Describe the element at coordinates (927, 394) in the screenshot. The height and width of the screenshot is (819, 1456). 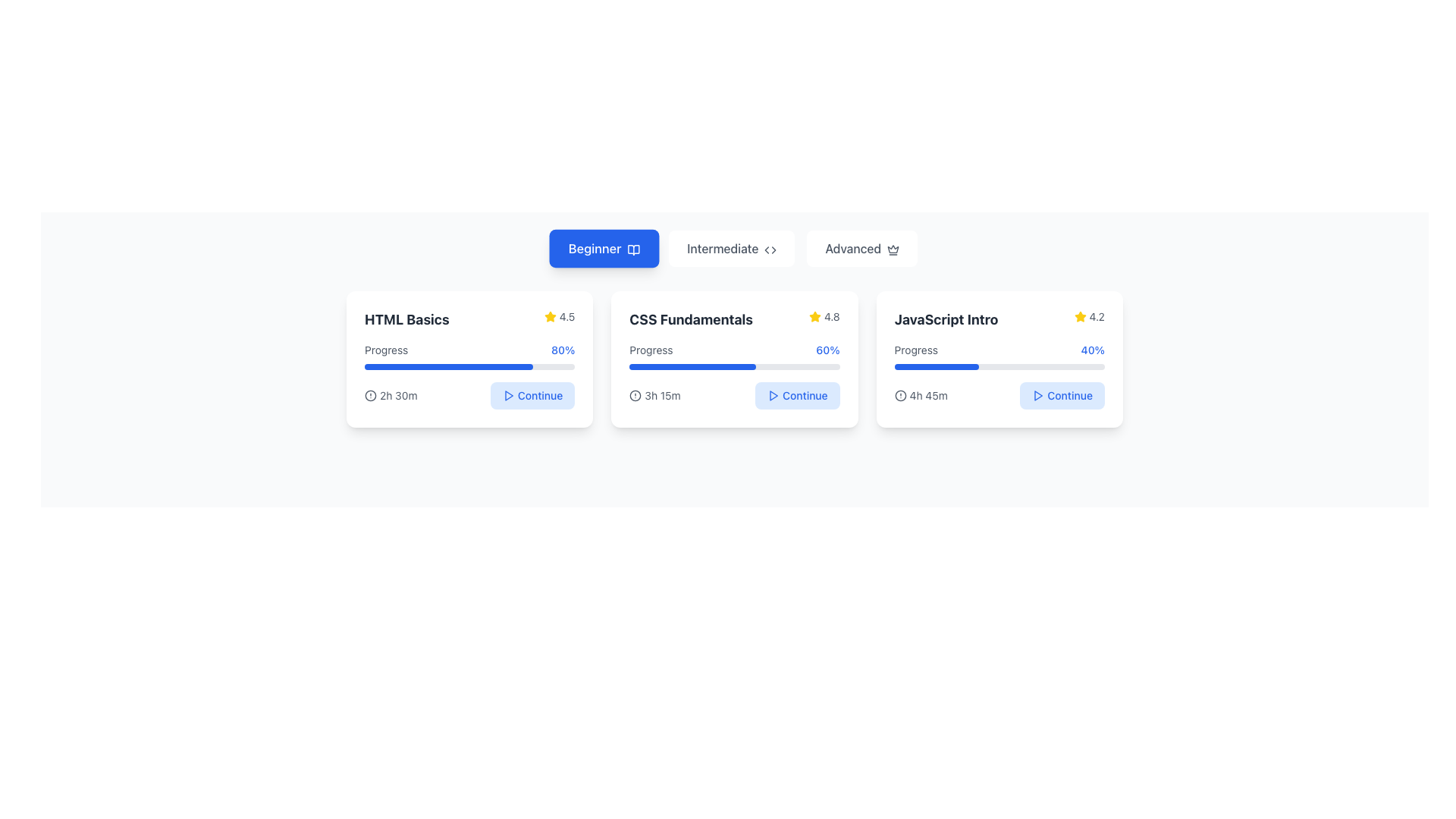
I see `text displaying the duration of the JavaScript Introduction course, located in the third card from the left beneath the tabs` at that location.